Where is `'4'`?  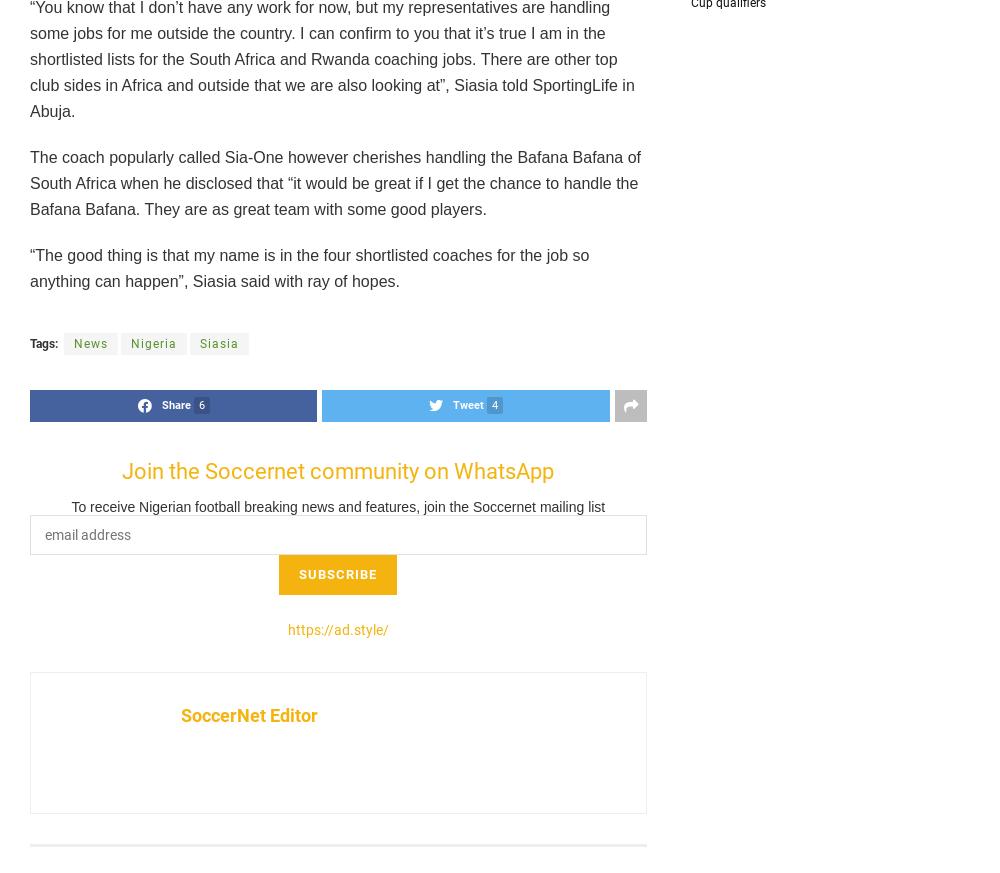
'4' is located at coordinates (493, 404).